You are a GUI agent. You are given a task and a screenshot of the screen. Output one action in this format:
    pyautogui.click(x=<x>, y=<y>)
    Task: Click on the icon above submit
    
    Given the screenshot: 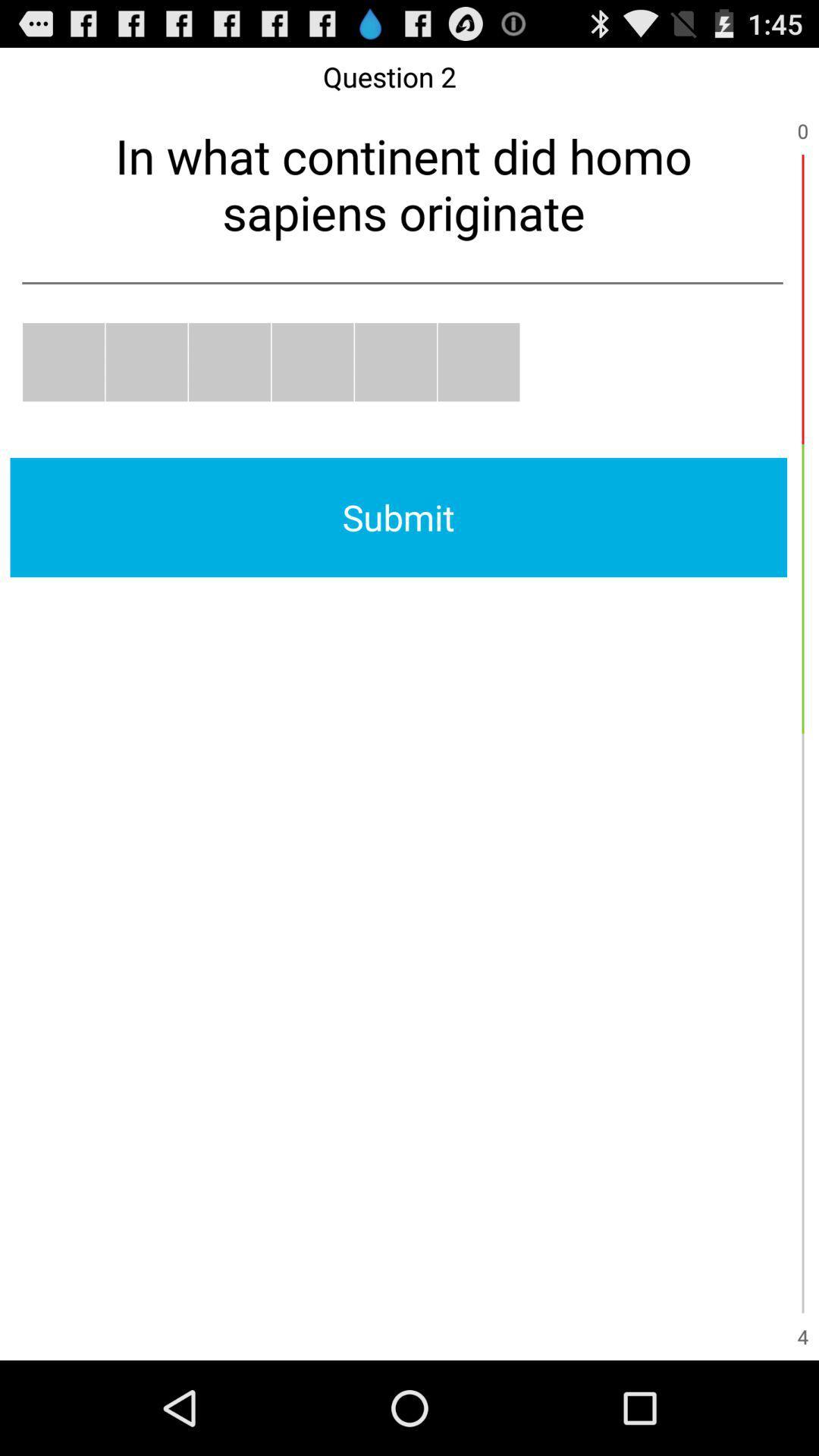 What is the action you would take?
    pyautogui.click(x=479, y=361)
    